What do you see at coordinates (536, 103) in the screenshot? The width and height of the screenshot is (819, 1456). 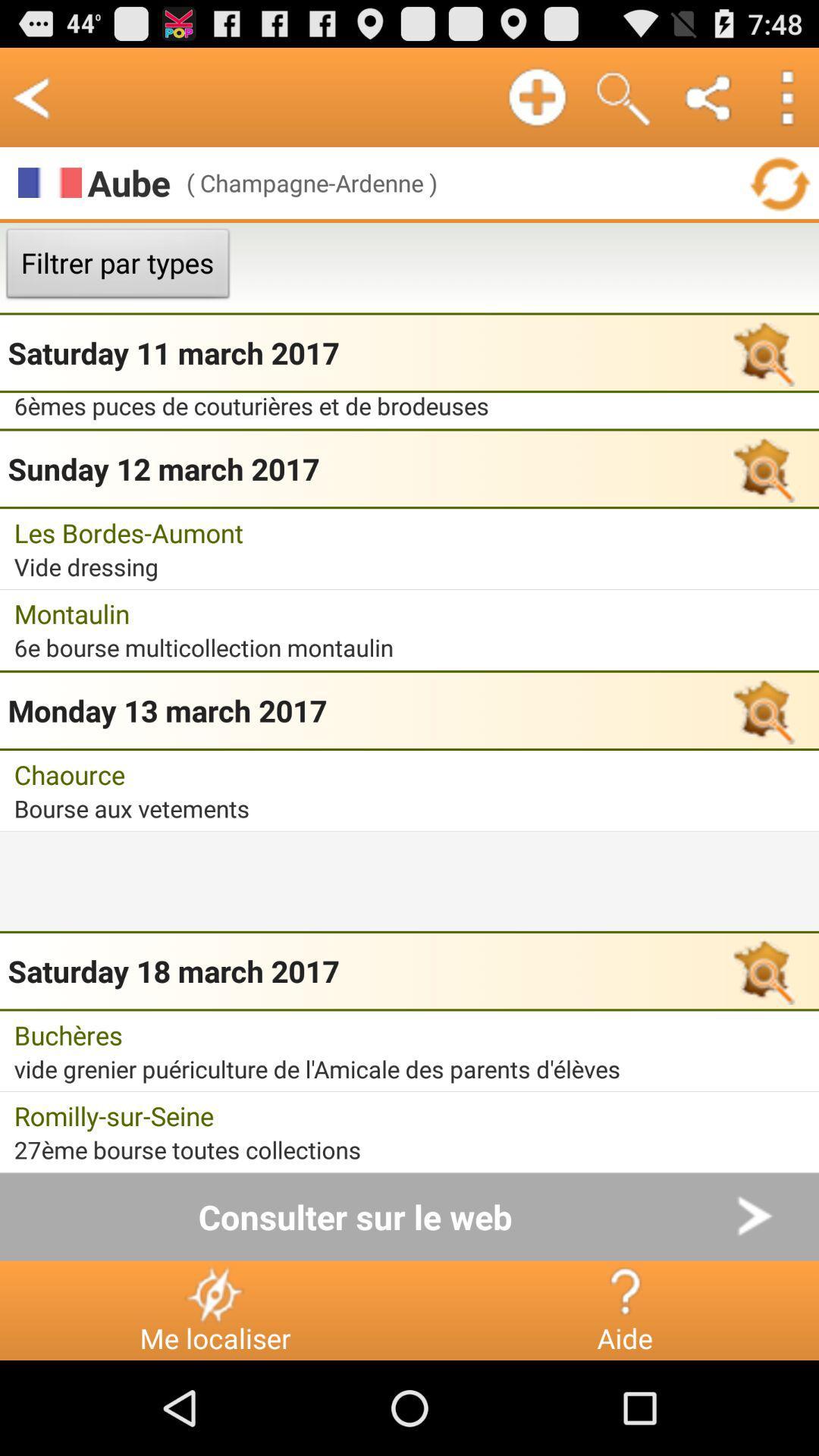 I see `the add icon` at bounding box center [536, 103].